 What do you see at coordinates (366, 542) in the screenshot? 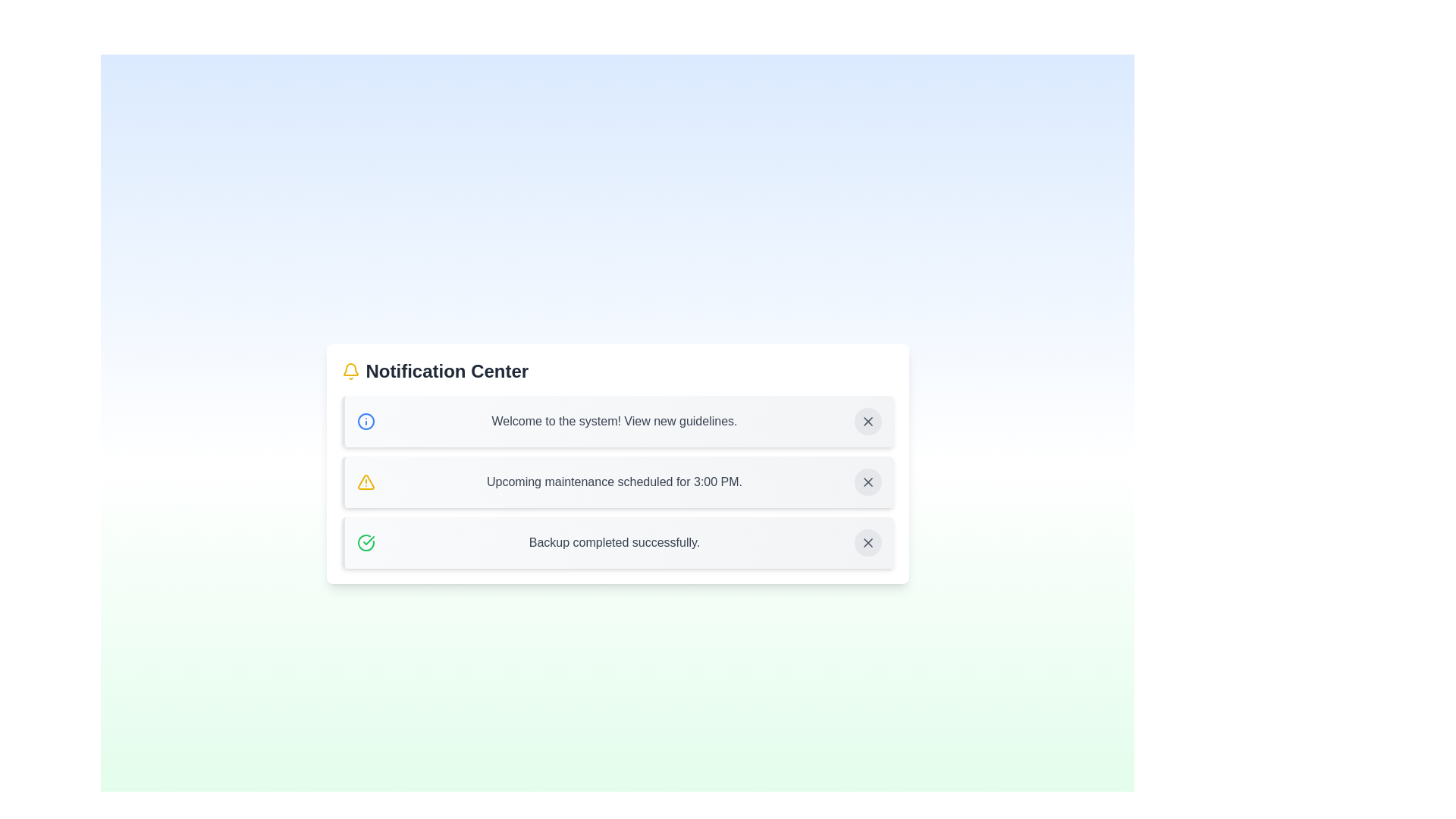
I see `the circular icon with a green outline and checkmark, indicating completion, located left of the third row in the notification panel that states 'Backup completed successfully'` at bounding box center [366, 542].